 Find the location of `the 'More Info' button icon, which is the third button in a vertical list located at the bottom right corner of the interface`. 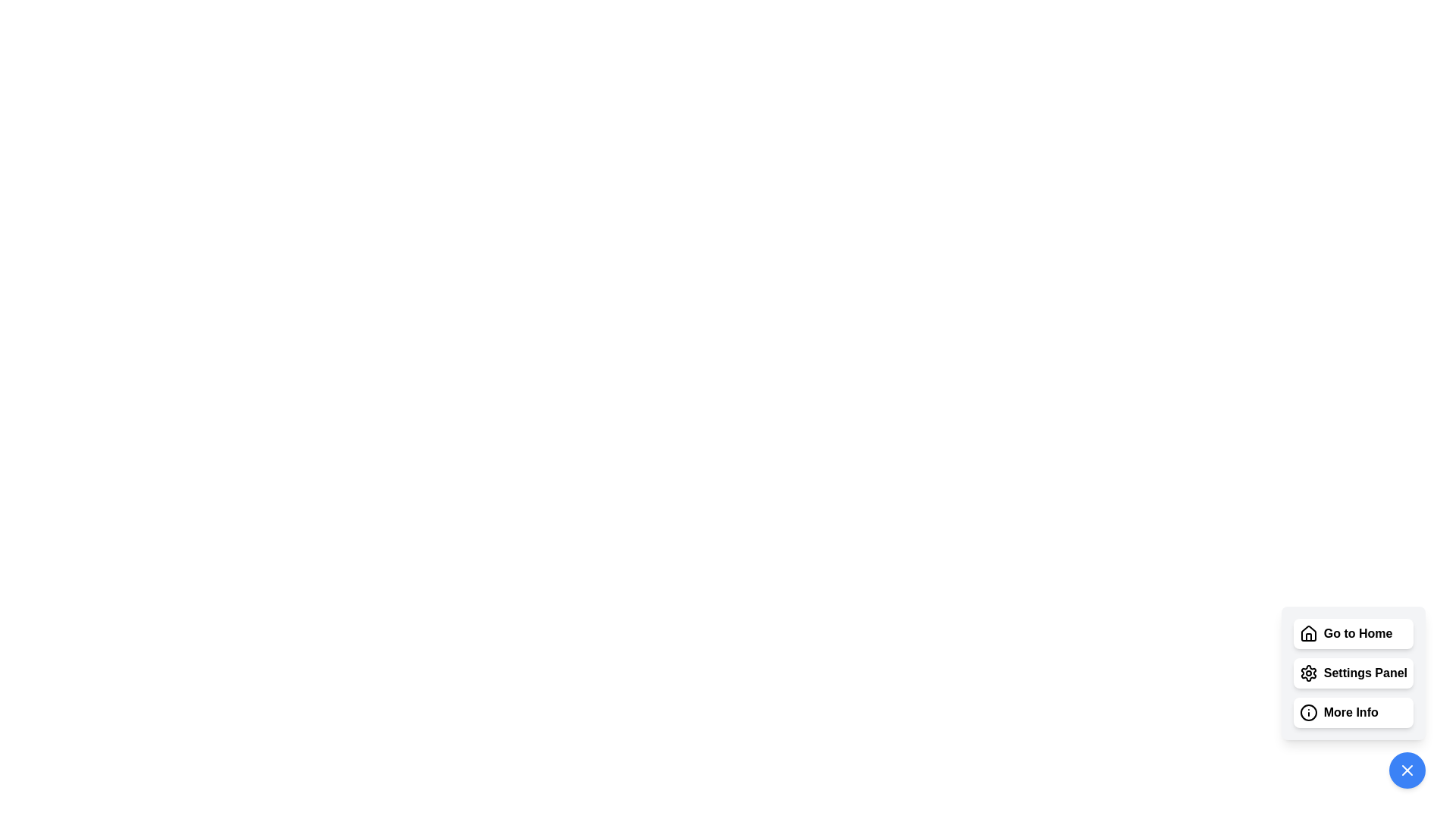

the 'More Info' button icon, which is the third button in a vertical list located at the bottom right corner of the interface is located at coordinates (1307, 713).